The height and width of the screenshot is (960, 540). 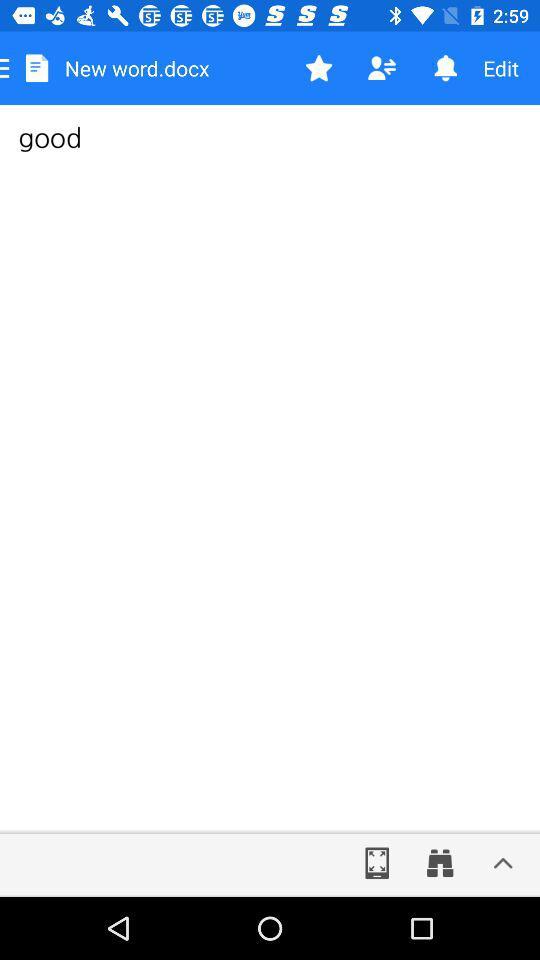 I want to click on the fullscreen icon, so click(x=377, y=862).